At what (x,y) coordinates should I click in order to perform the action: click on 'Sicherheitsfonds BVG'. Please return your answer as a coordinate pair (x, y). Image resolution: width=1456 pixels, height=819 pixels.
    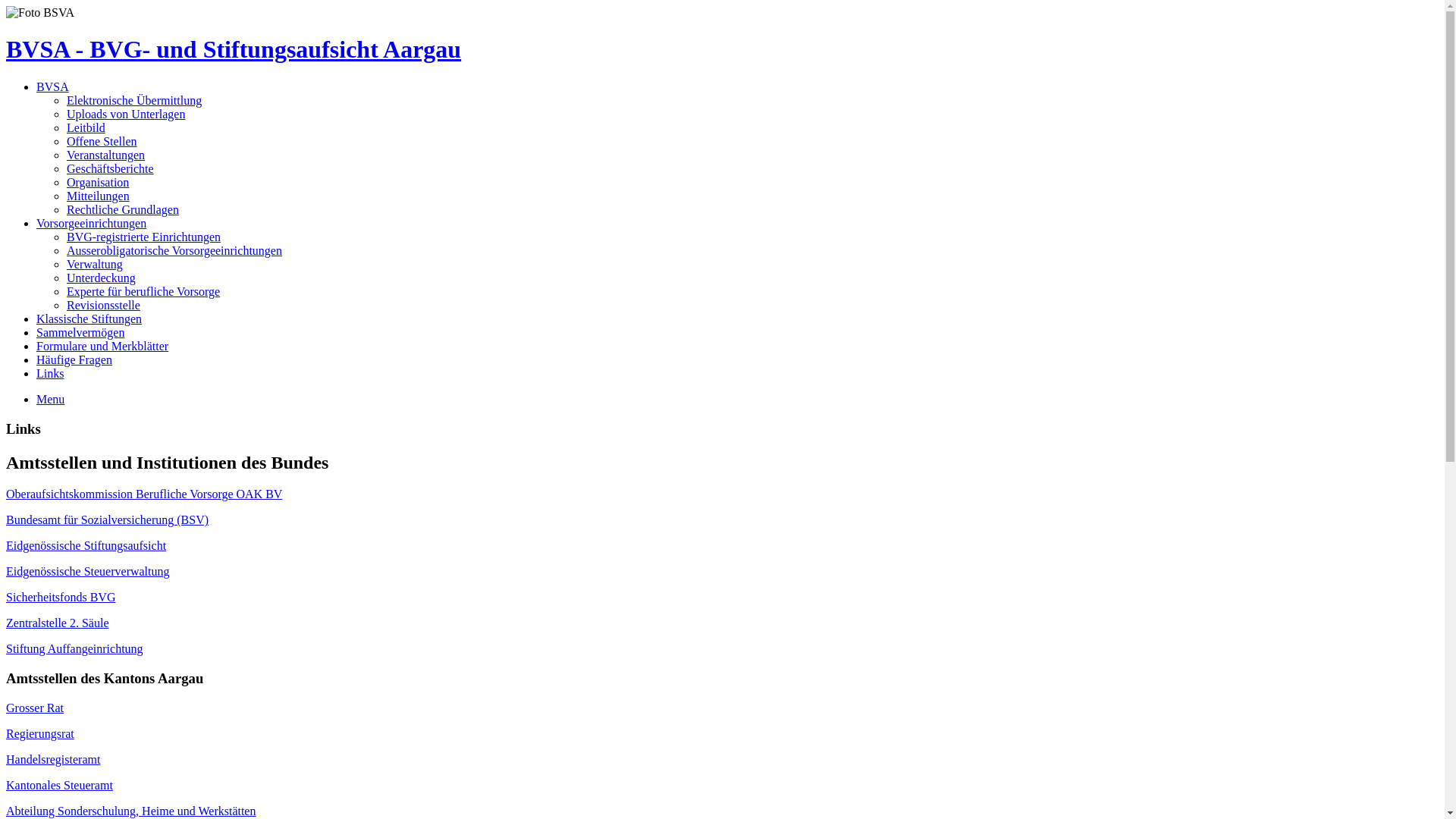
    Looking at the image, I should click on (6, 596).